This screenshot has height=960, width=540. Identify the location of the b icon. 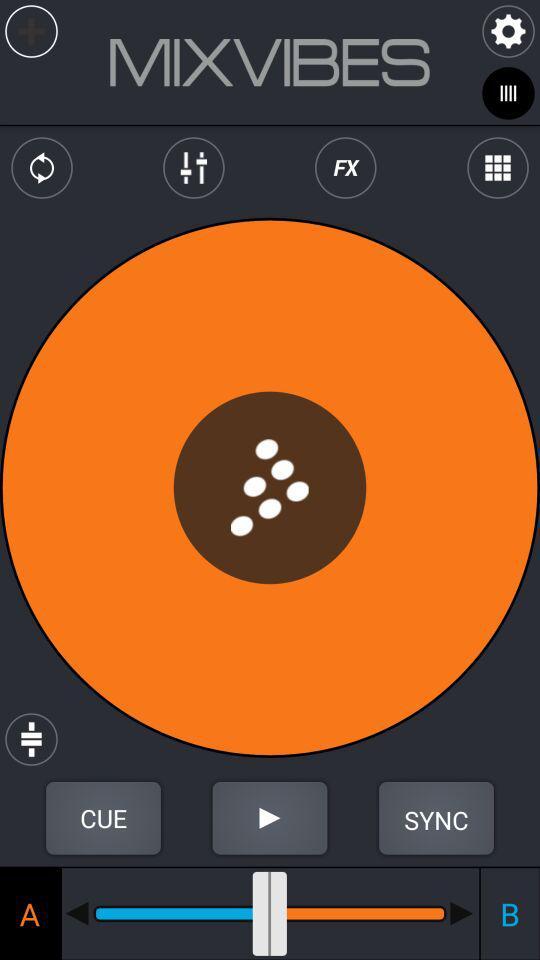
(509, 913).